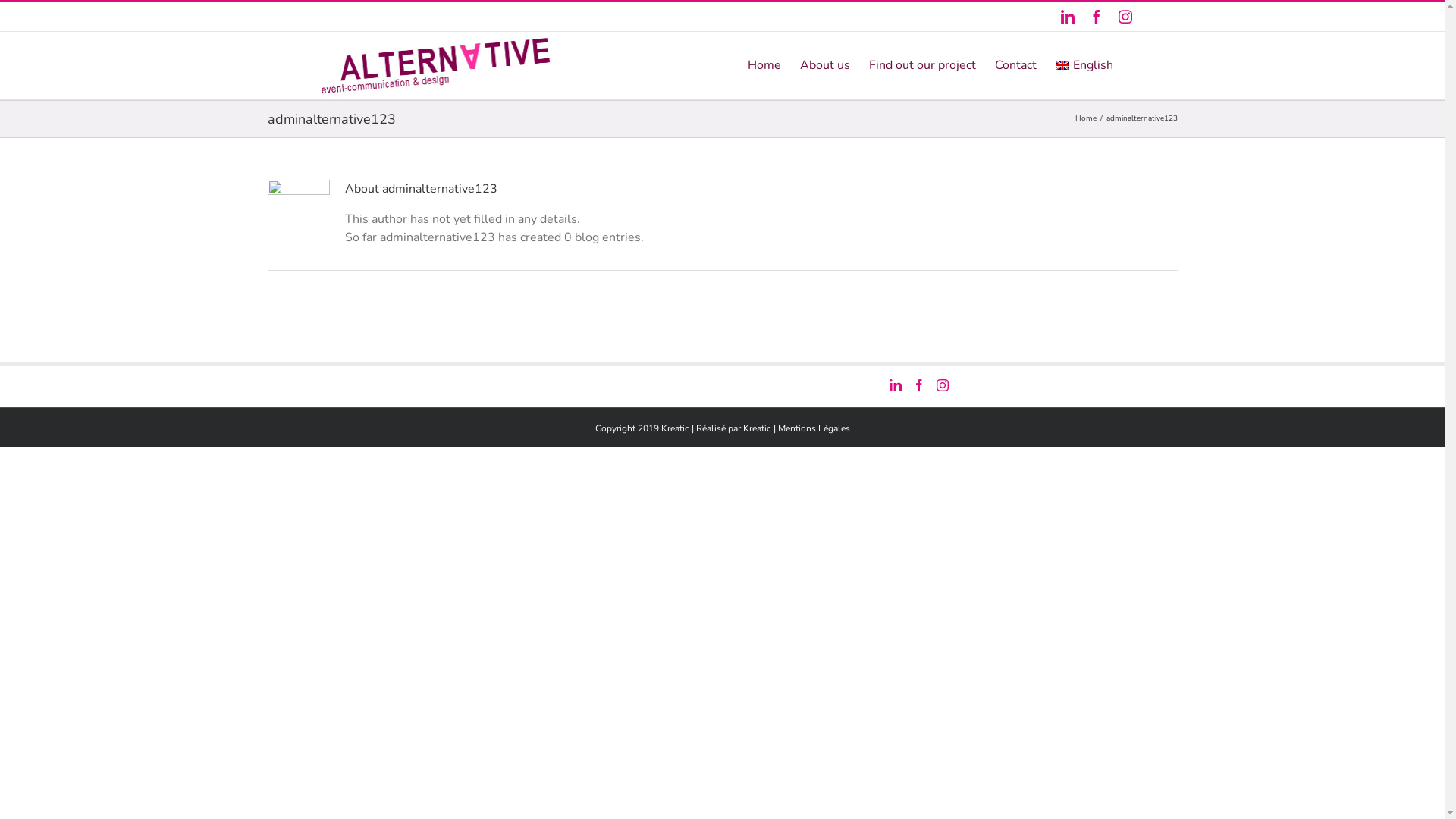  Describe the element at coordinates (1084, 63) in the screenshot. I see `'English'` at that location.